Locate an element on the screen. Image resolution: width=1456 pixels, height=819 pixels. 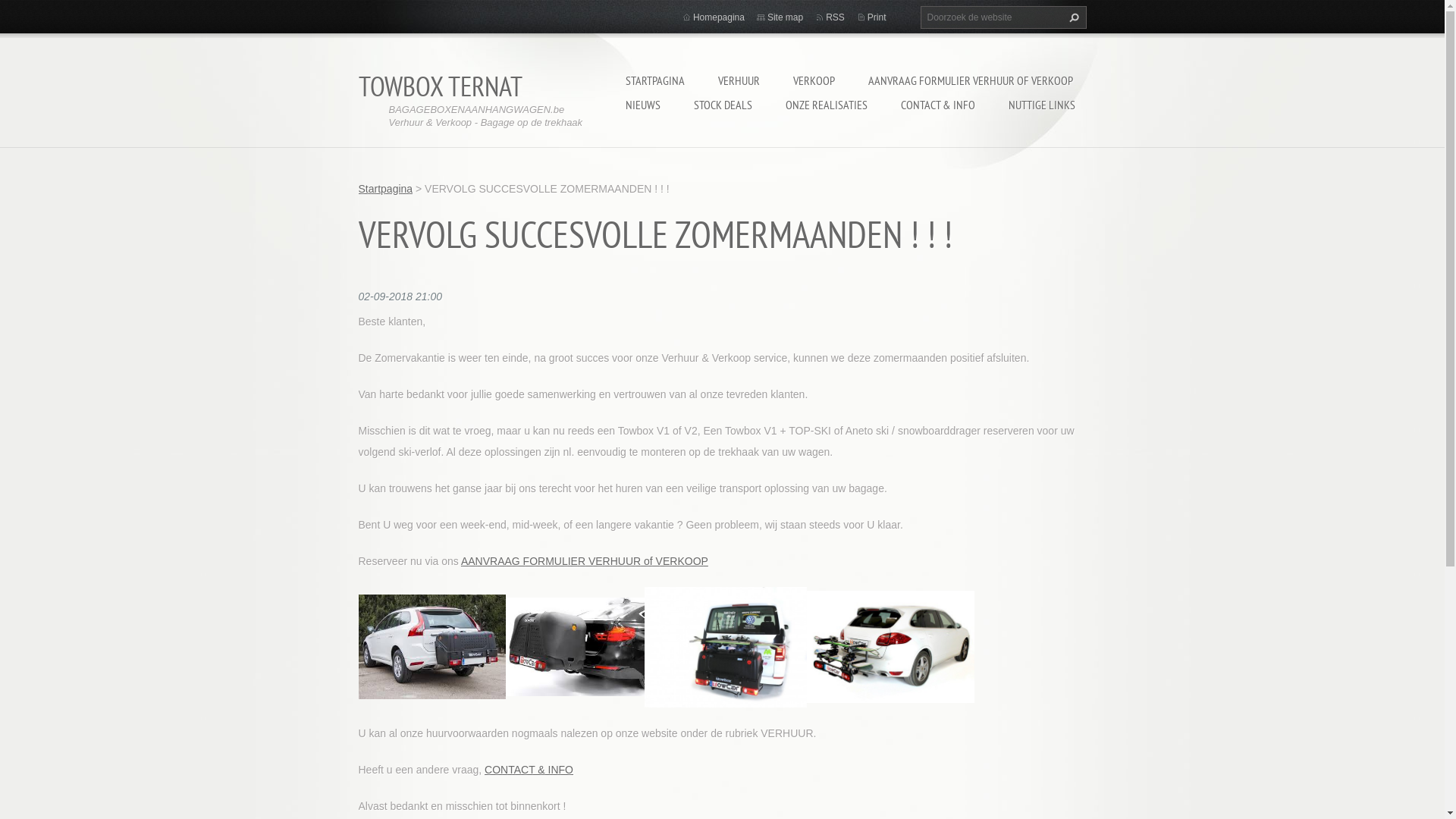
'Zoeken' is located at coordinates (1070, 17).